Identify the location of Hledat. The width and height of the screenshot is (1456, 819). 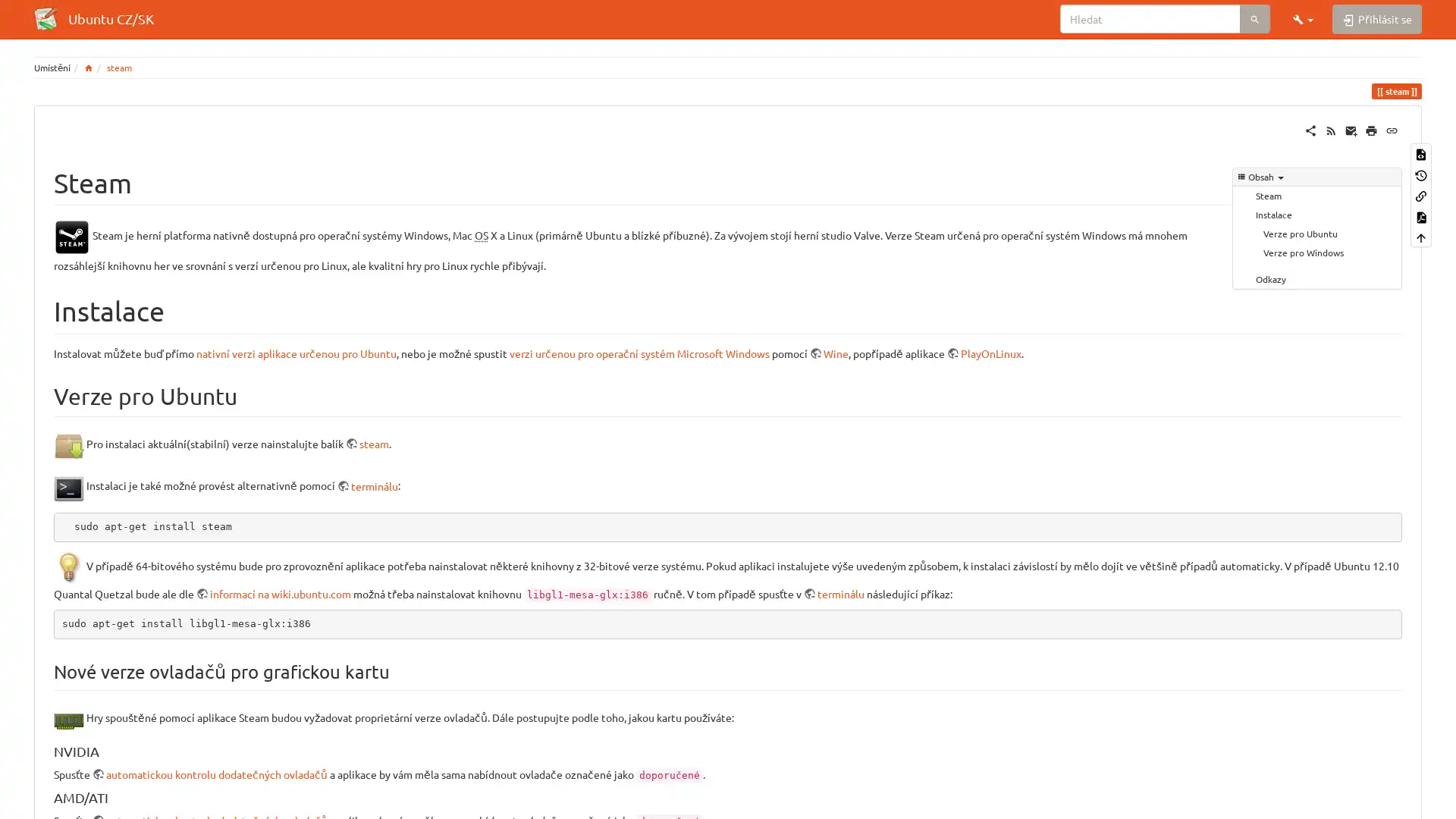
(1254, 18).